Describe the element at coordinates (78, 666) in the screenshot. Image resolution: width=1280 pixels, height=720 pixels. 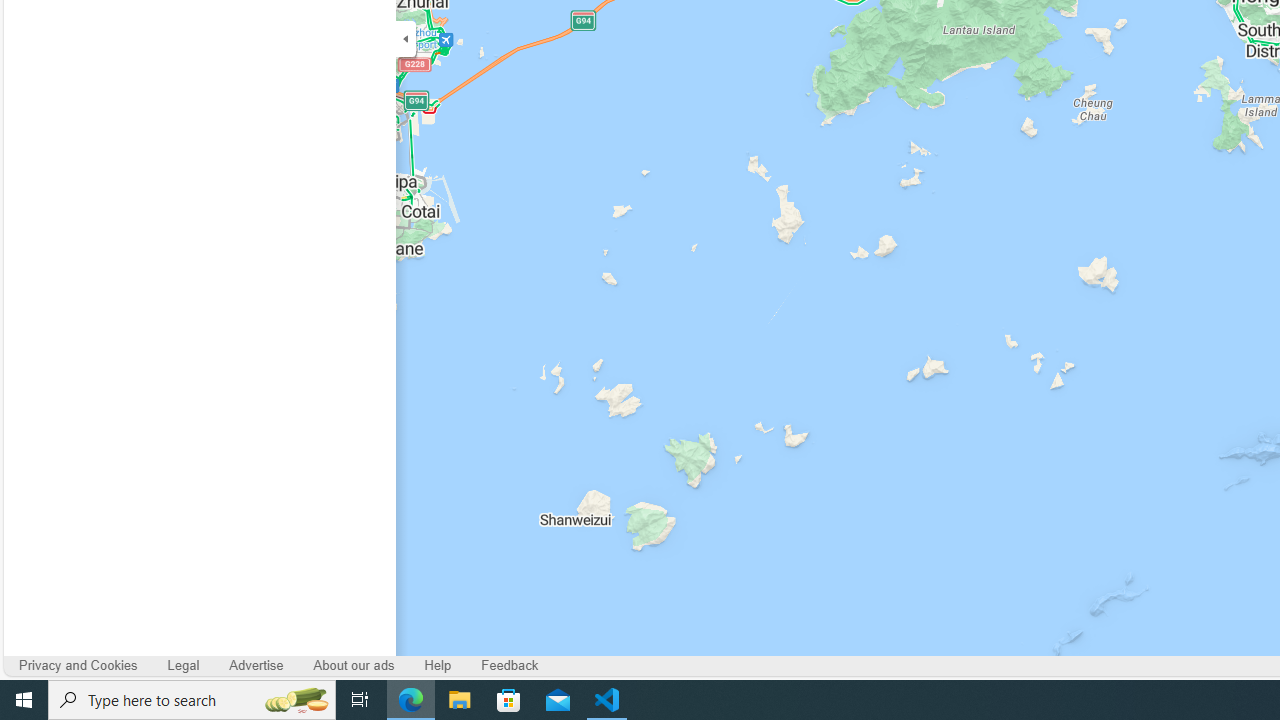
I see `'Privacy and Cookies'` at that location.